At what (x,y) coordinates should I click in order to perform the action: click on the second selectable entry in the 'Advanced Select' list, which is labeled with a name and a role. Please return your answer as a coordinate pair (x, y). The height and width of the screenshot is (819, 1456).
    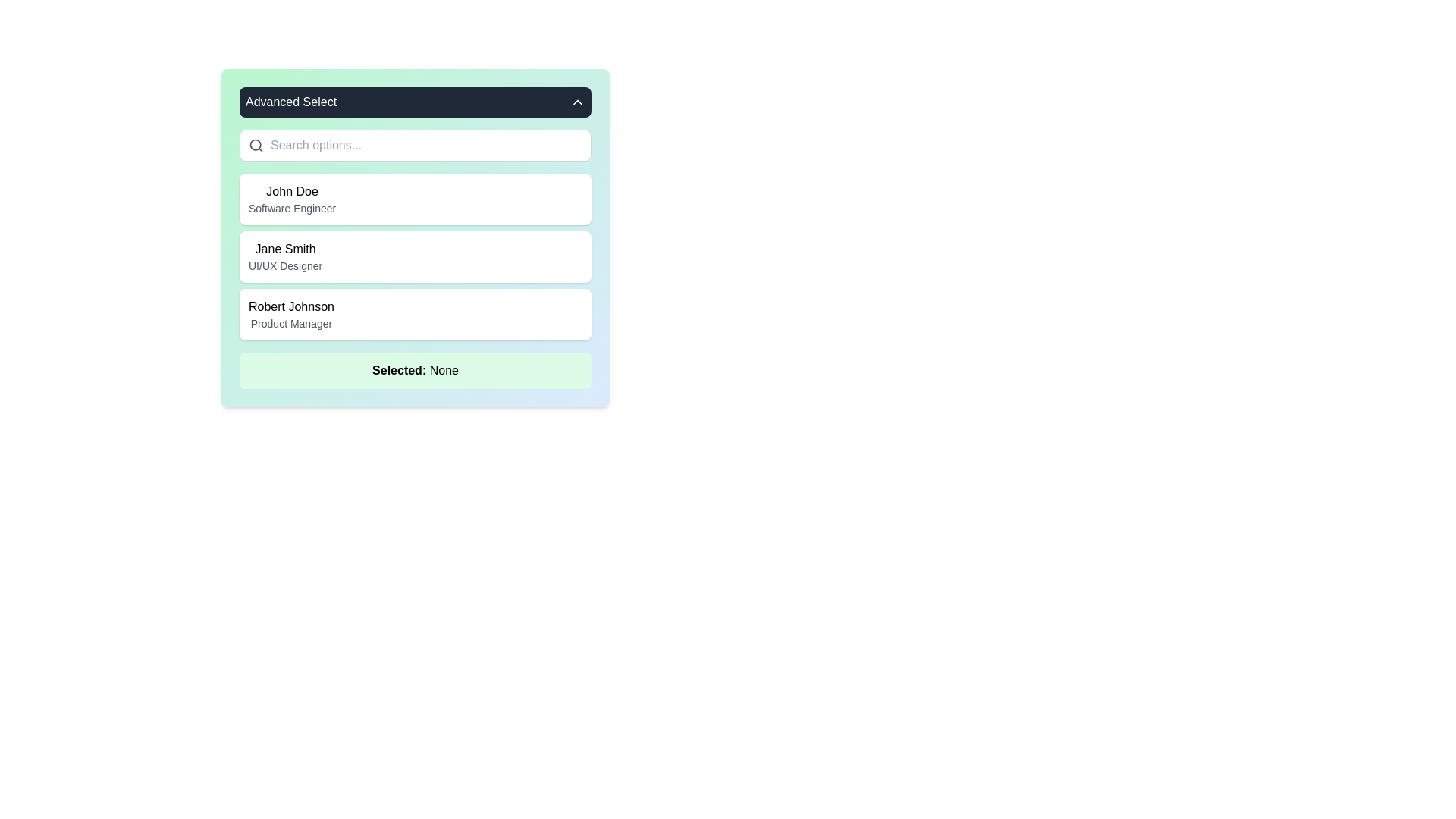
    Looking at the image, I should click on (415, 259).